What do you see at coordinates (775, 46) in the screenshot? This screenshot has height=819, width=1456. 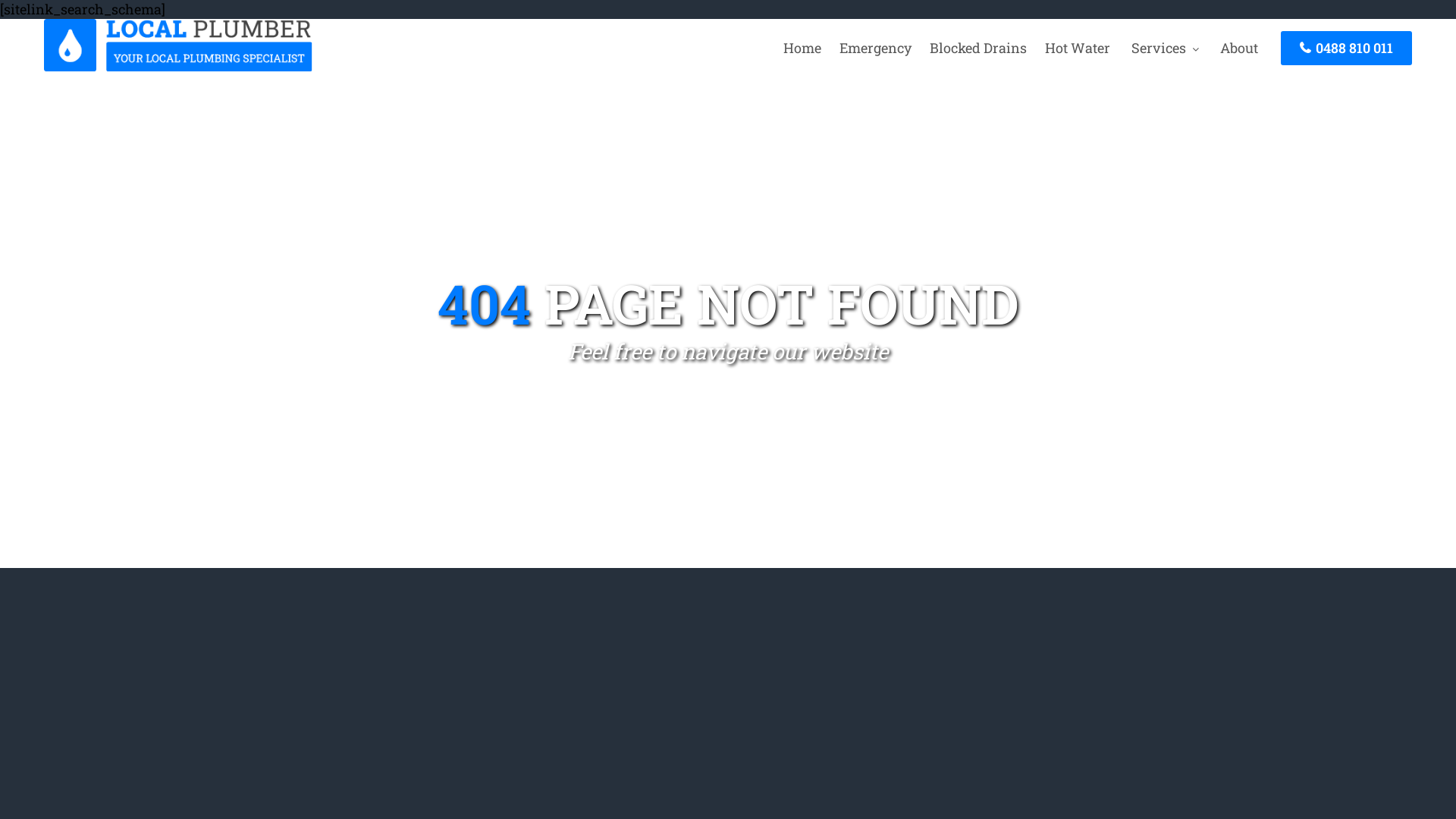 I see `'Home'` at bounding box center [775, 46].